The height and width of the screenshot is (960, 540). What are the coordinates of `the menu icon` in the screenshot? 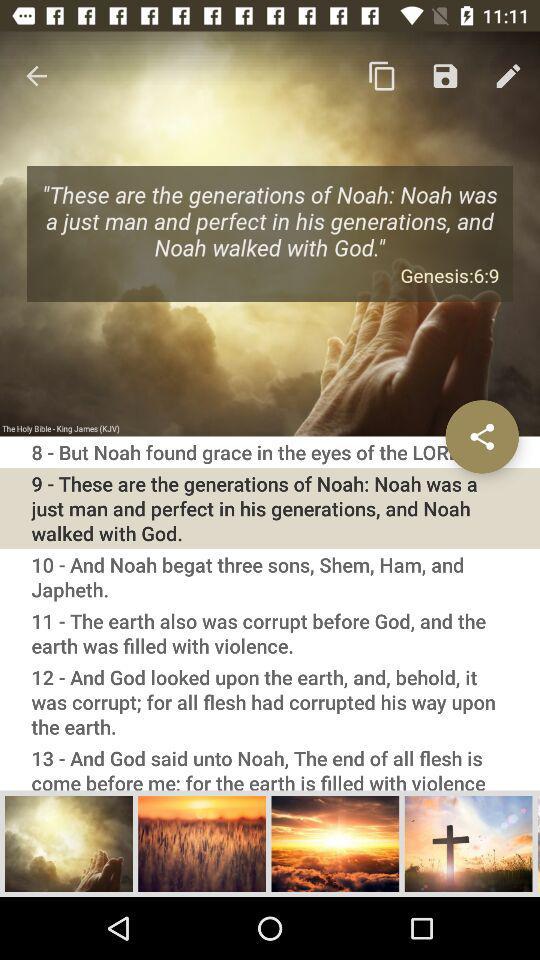 It's located at (538, 842).